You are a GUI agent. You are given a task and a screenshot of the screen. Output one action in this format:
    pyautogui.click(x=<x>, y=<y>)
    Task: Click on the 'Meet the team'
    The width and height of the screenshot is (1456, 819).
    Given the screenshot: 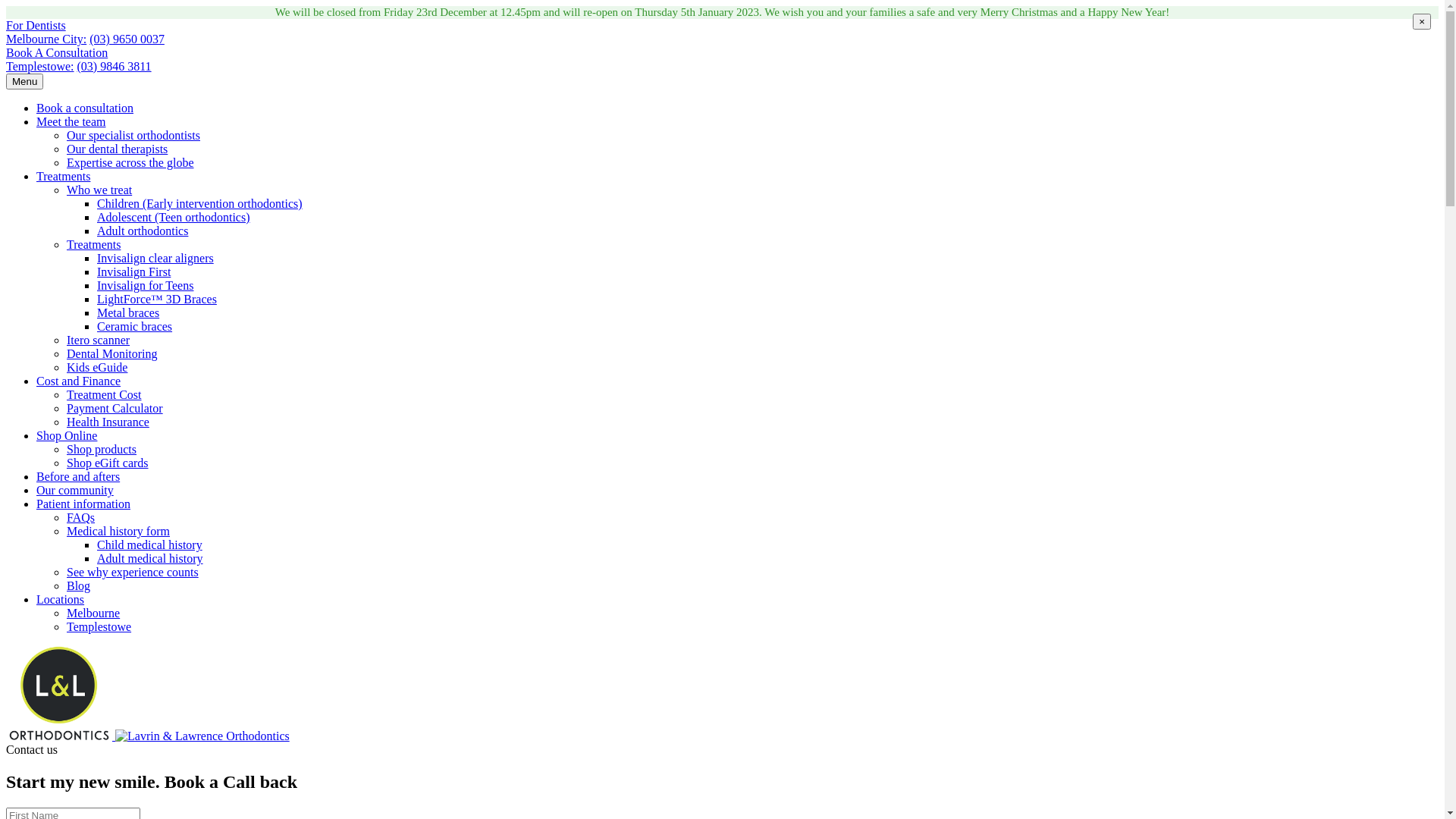 What is the action you would take?
    pyautogui.click(x=71, y=121)
    